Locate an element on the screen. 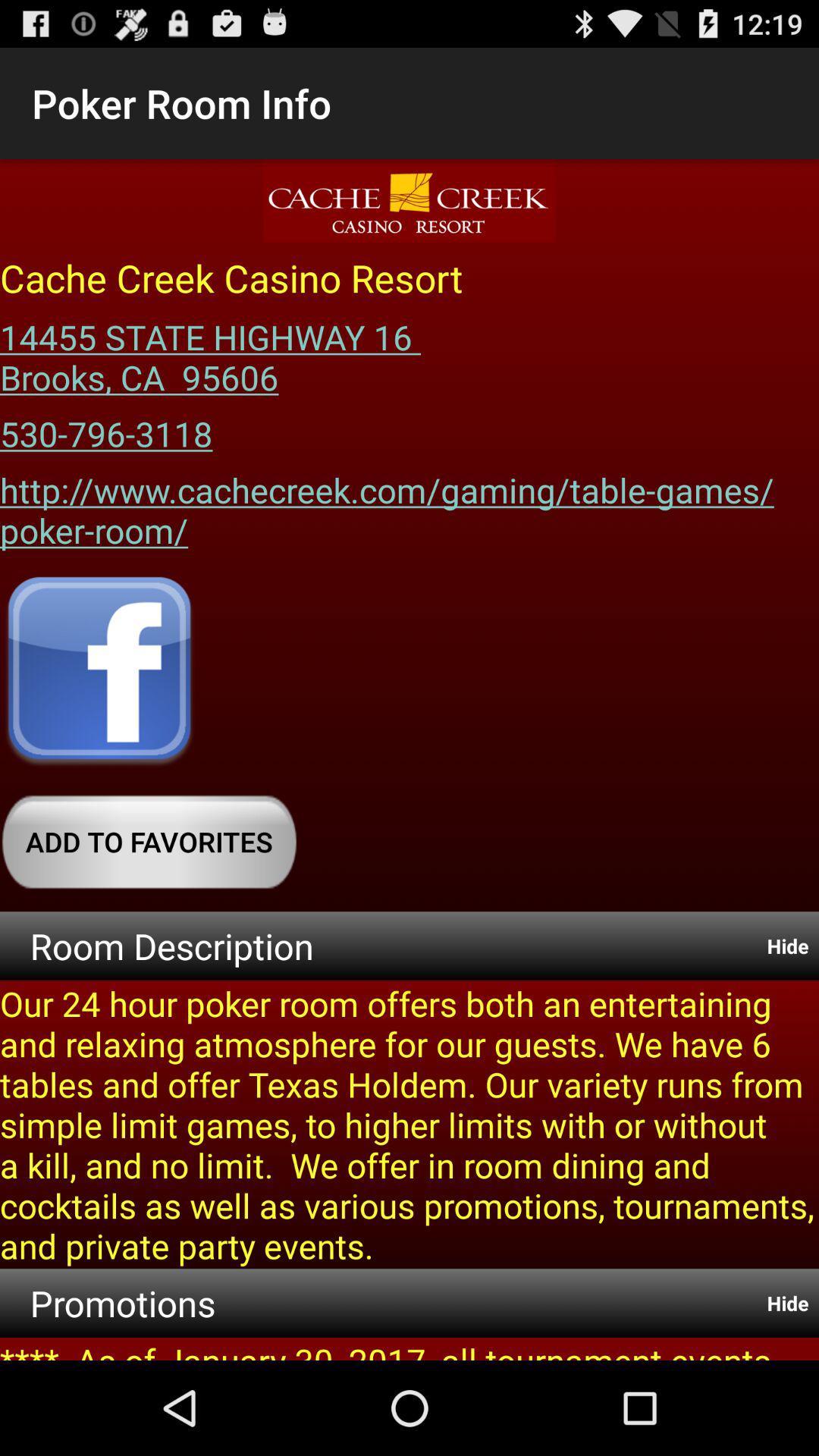  14455 state highway item is located at coordinates (215, 351).